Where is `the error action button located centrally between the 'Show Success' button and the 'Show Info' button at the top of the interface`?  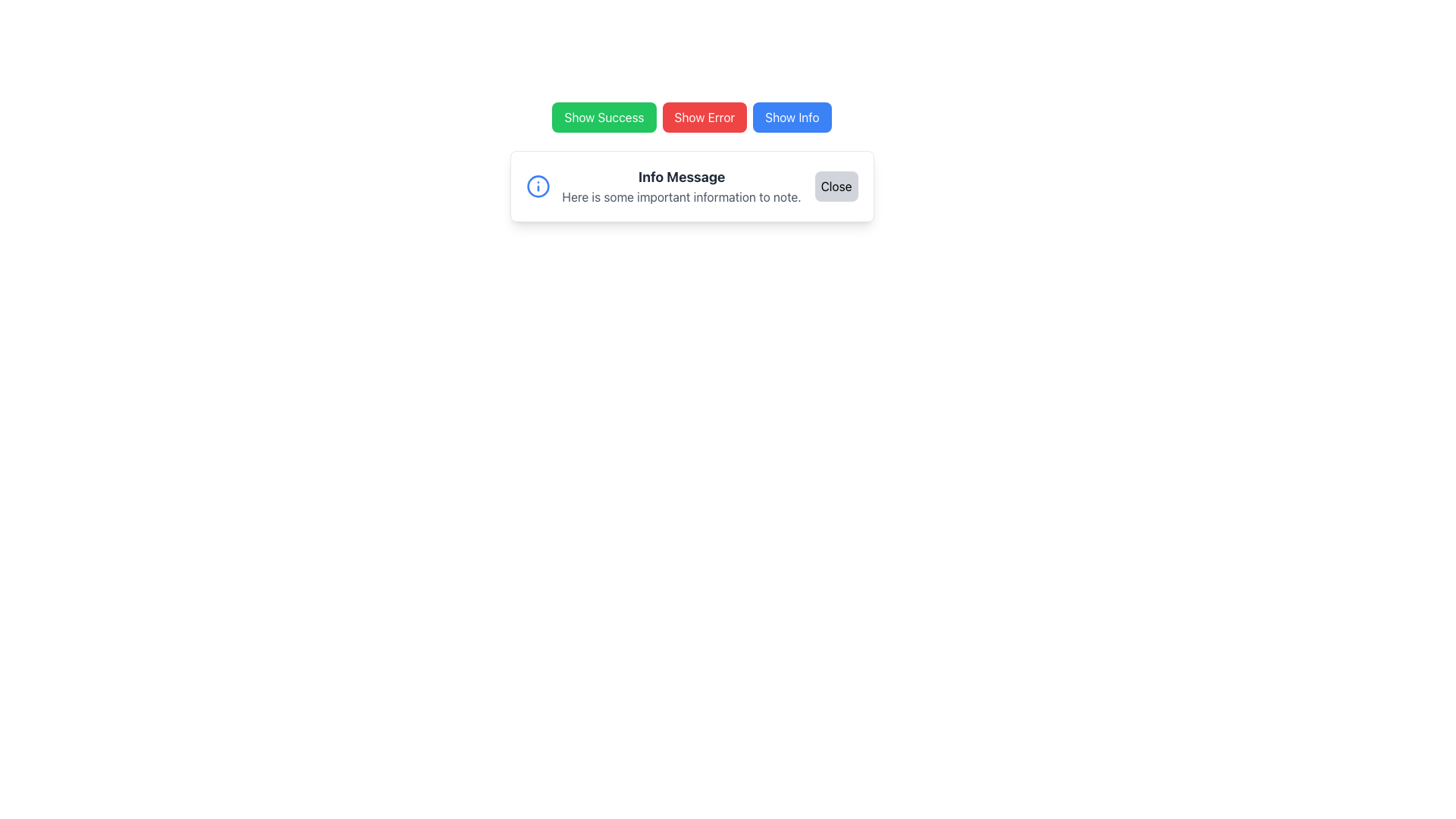
the error action button located centrally between the 'Show Success' button and the 'Show Info' button at the top of the interface is located at coordinates (704, 116).